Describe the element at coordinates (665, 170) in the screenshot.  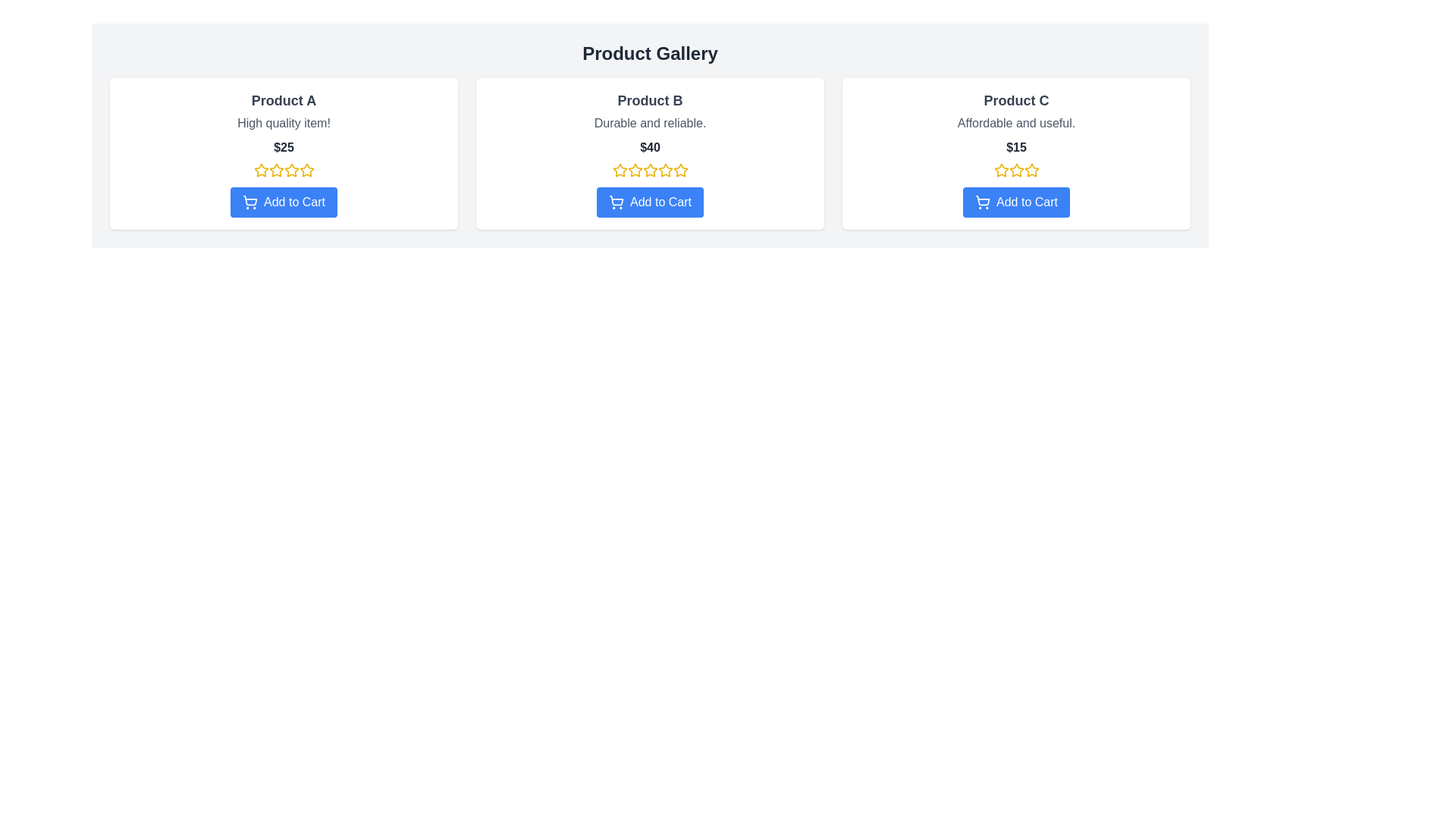
I see `the fourth star icon in the rating section of the 'Product B' card to provide a rating` at that location.